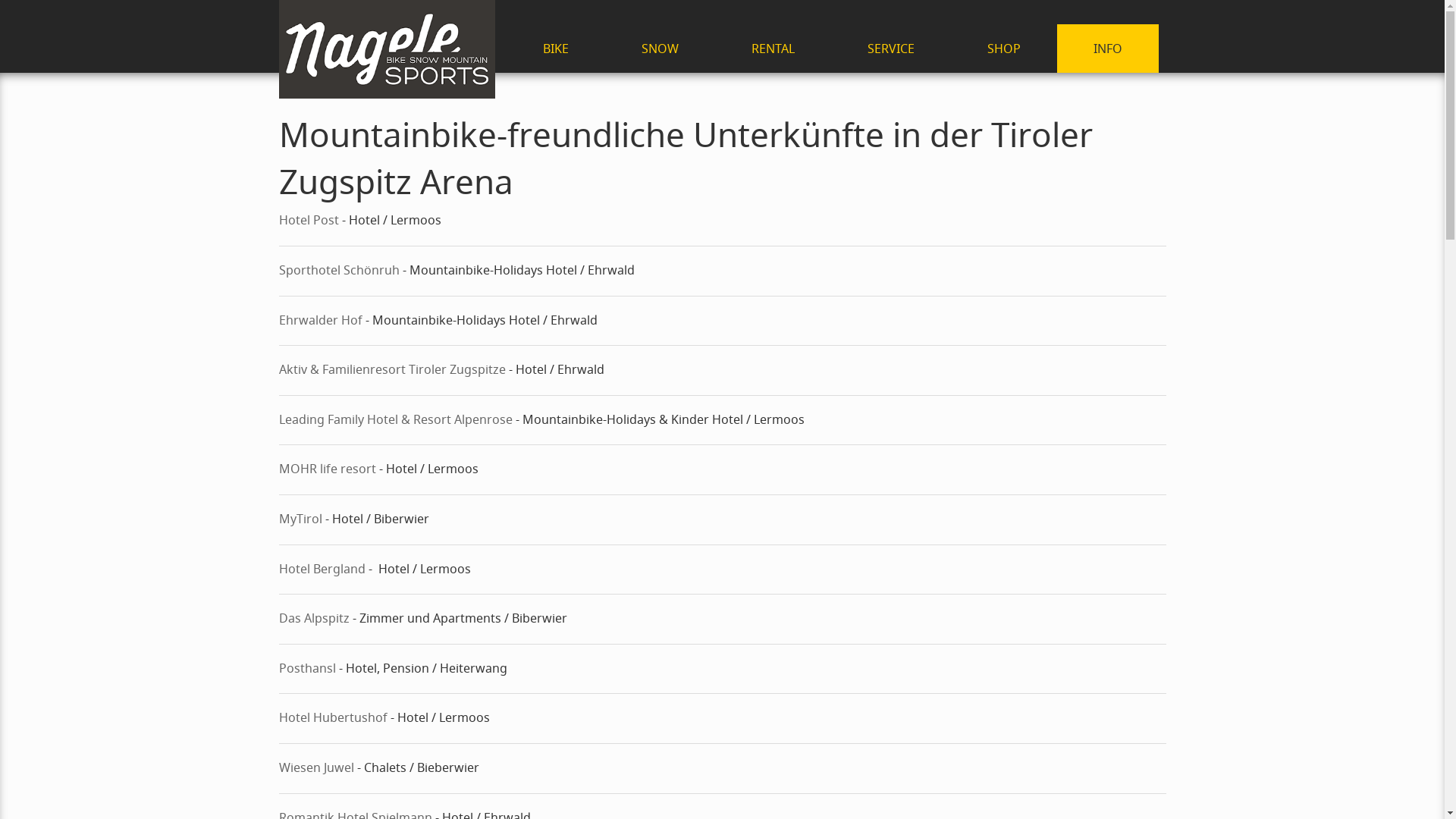 The image size is (1456, 819). Describe the element at coordinates (555, 48) in the screenshot. I see `'BIKE'` at that location.